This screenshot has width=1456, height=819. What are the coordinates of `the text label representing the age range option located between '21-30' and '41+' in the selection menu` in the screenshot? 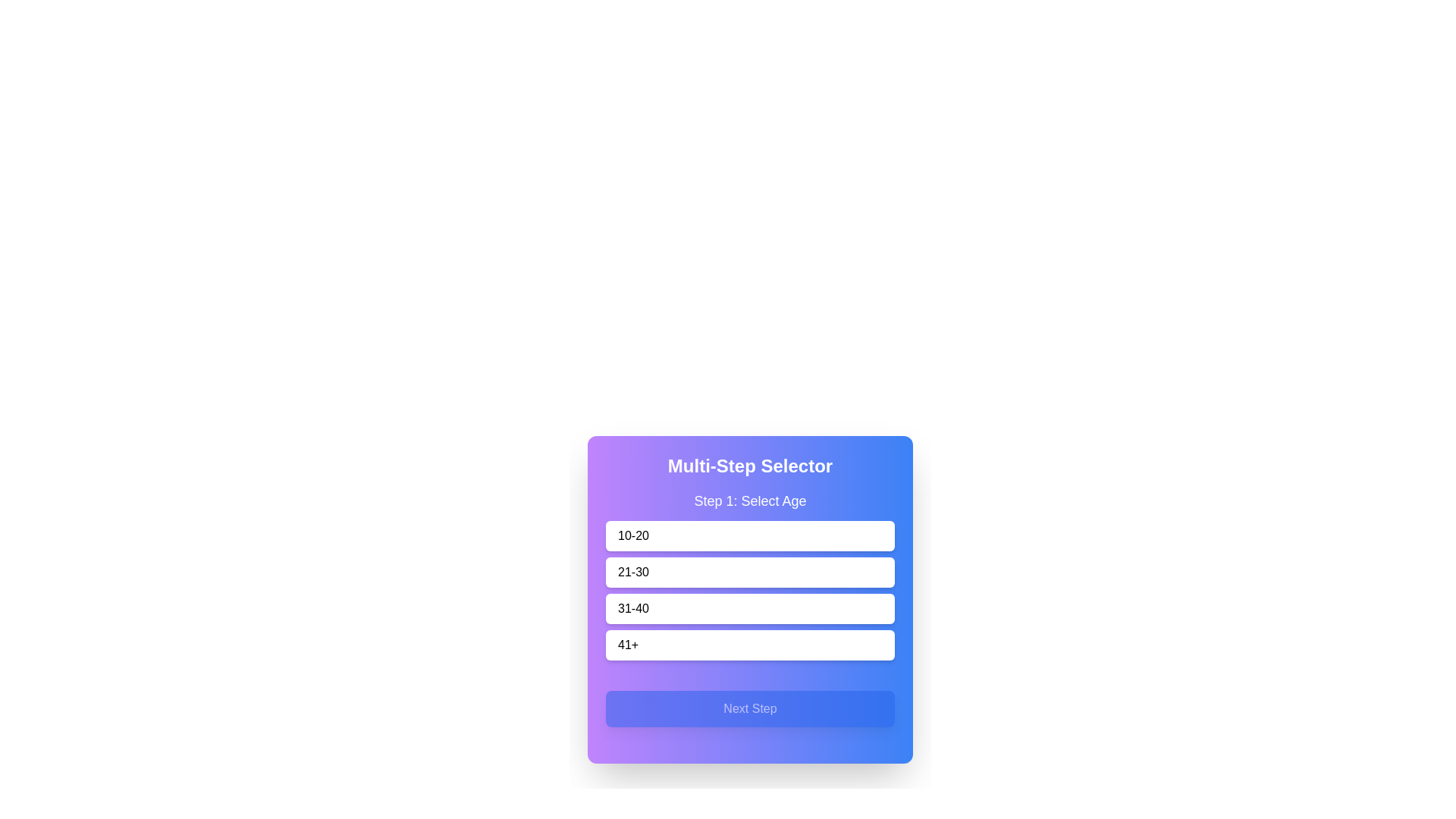 It's located at (633, 607).